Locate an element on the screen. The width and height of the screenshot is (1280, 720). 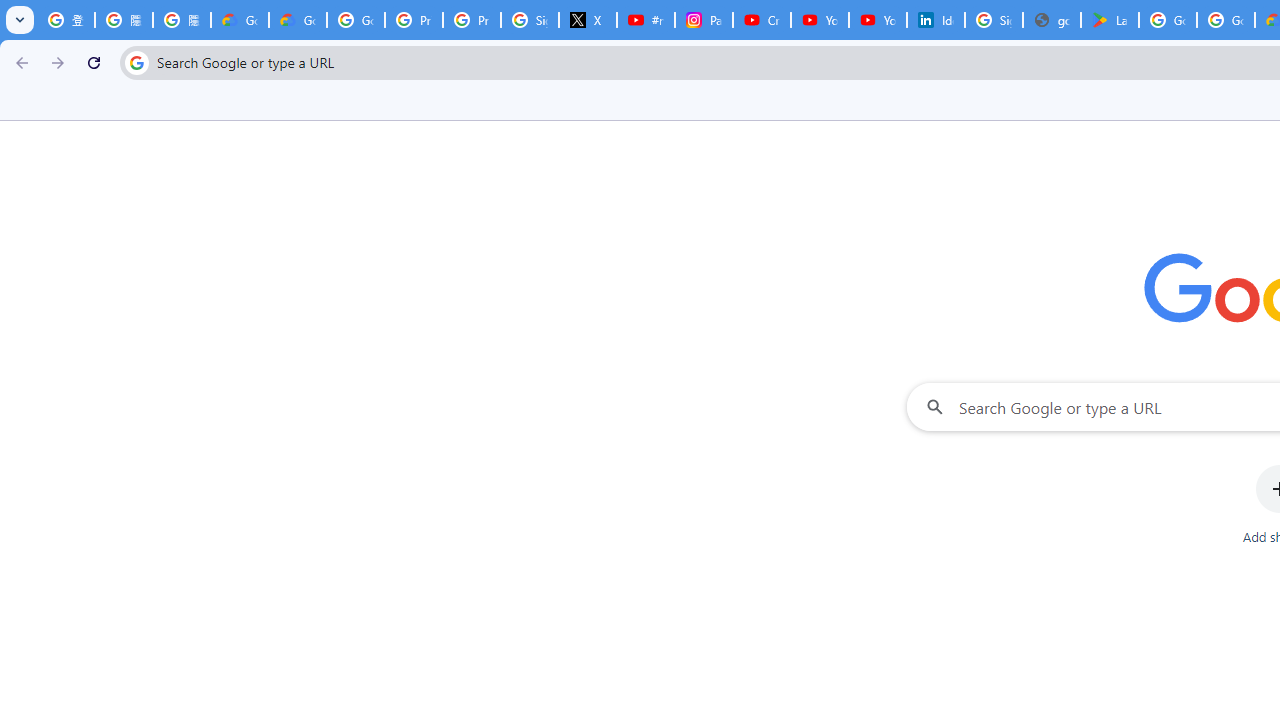
'Google Cloud Privacy Notice' is located at coordinates (240, 20).